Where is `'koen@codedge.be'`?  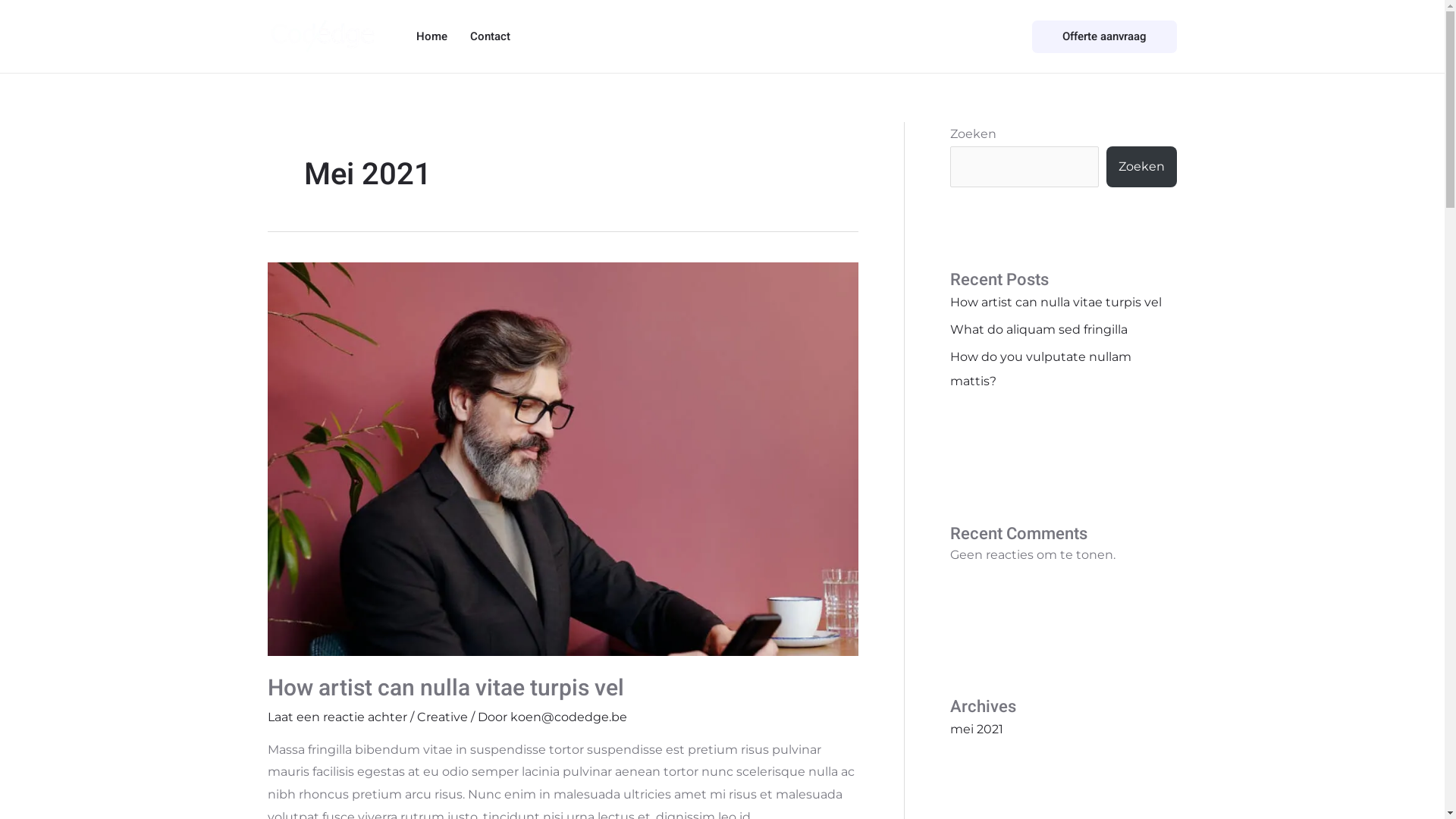 'koen@codedge.be' is located at coordinates (566, 717).